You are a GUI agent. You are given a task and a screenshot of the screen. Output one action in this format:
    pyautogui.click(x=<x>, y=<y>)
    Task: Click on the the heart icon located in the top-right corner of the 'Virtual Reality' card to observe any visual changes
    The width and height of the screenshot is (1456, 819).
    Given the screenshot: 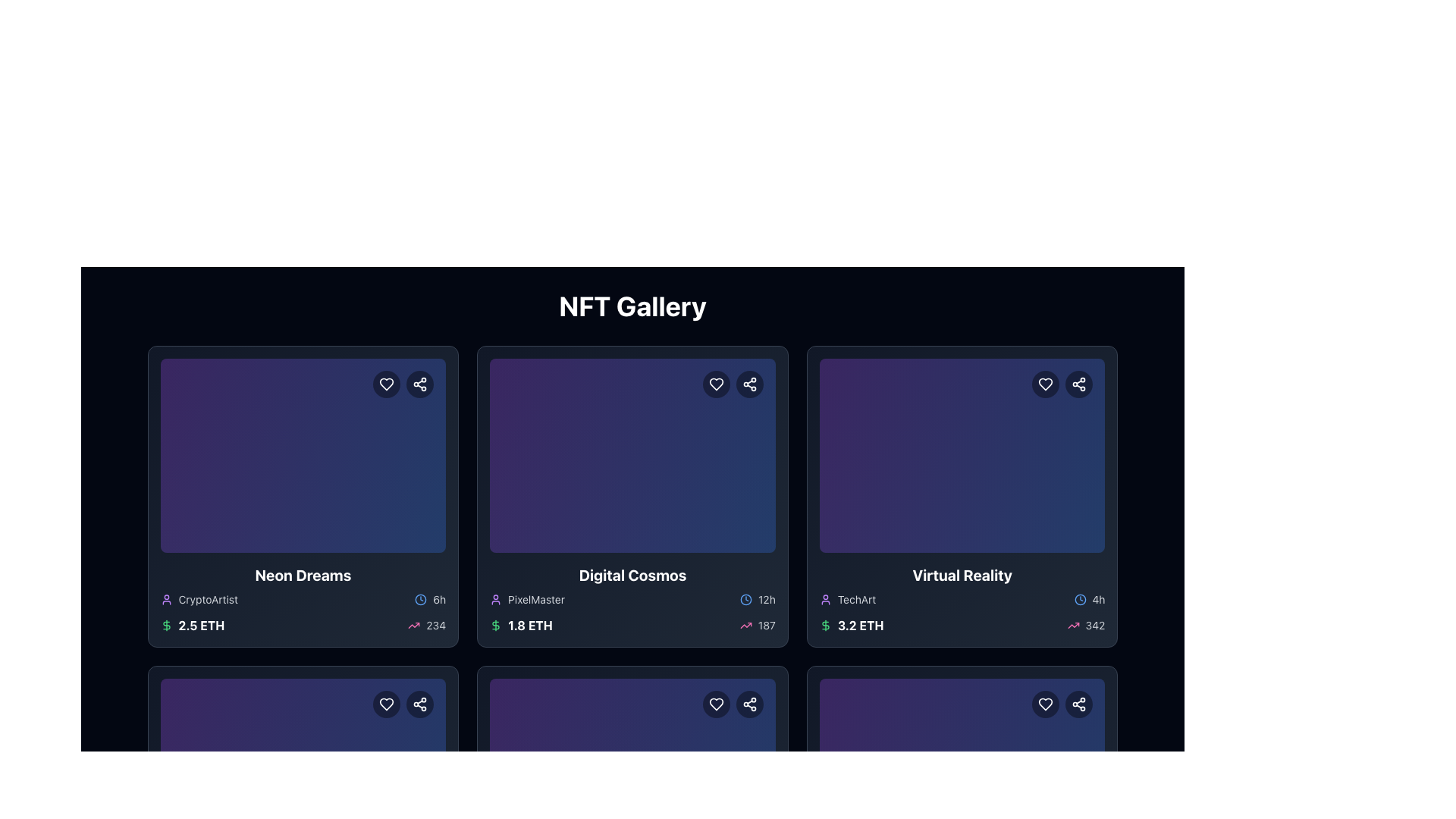 What is the action you would take?
    pyautogui.click(x=1045, y=383)
    